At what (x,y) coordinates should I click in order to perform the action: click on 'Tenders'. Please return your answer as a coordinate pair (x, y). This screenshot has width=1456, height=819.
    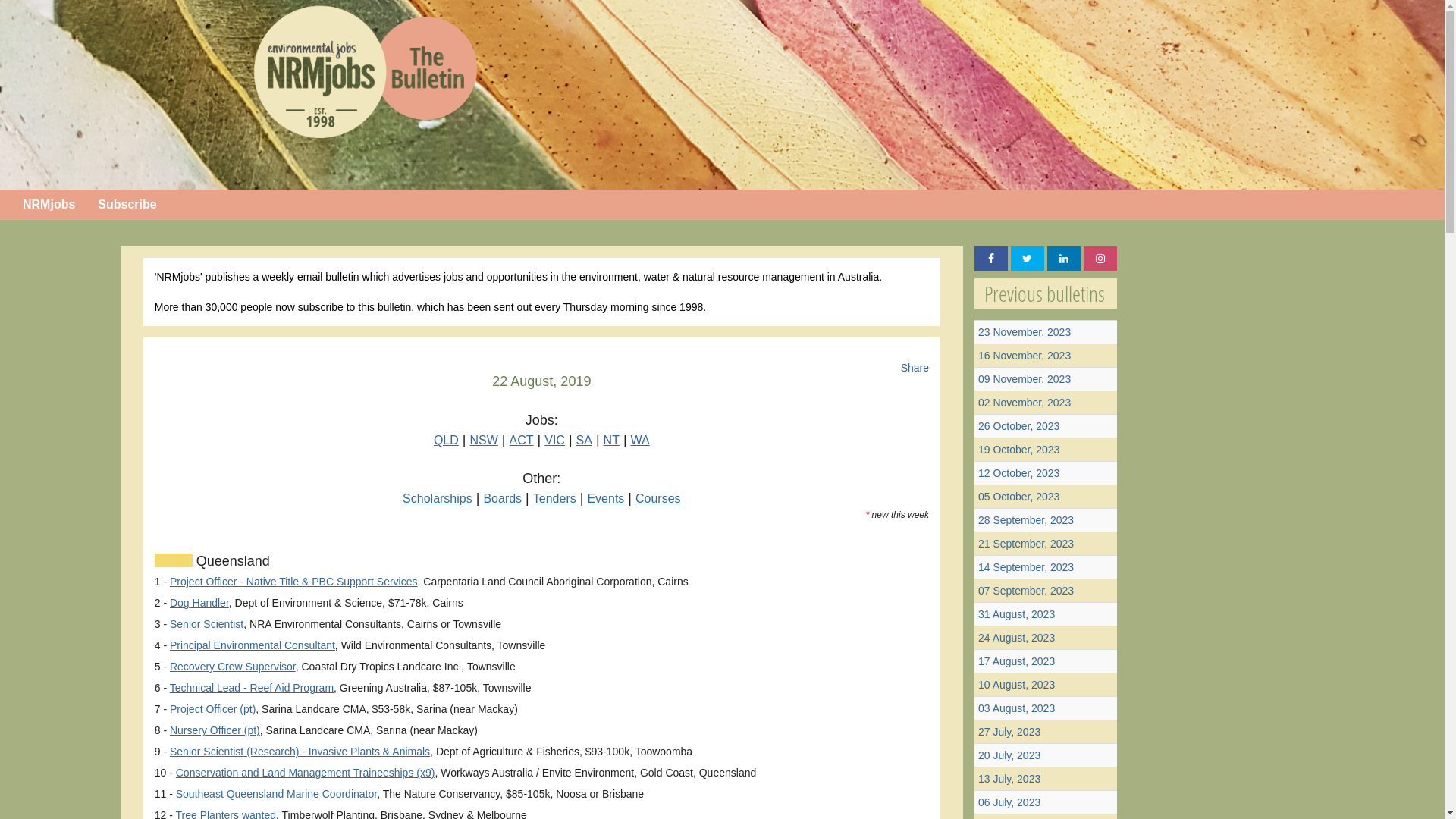
    Looking at the image, I should click on (532, 498).